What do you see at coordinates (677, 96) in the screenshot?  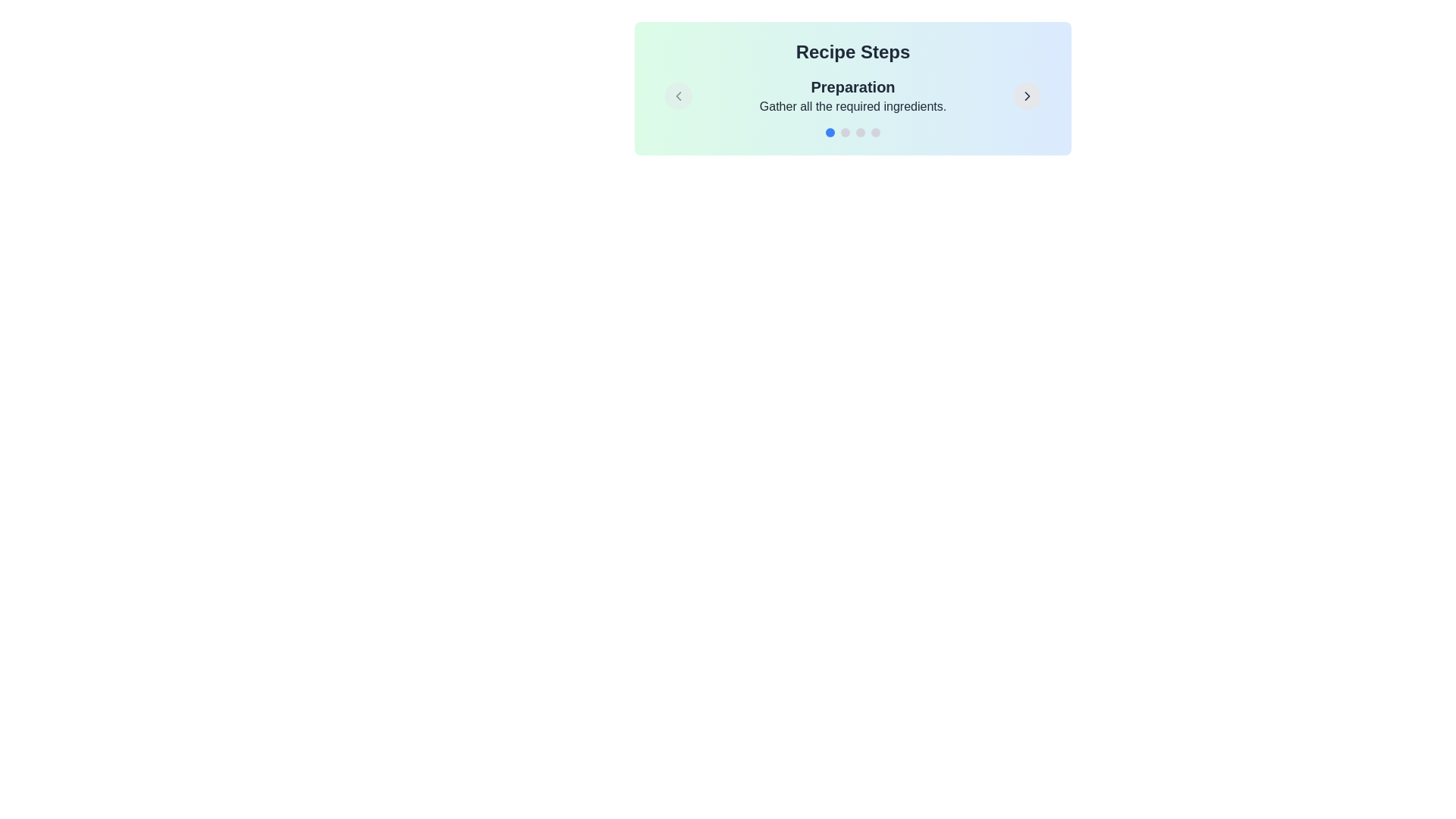 I see `the circular arrow button on the far left side of the navigation bar` at bounding box center [677, 96].